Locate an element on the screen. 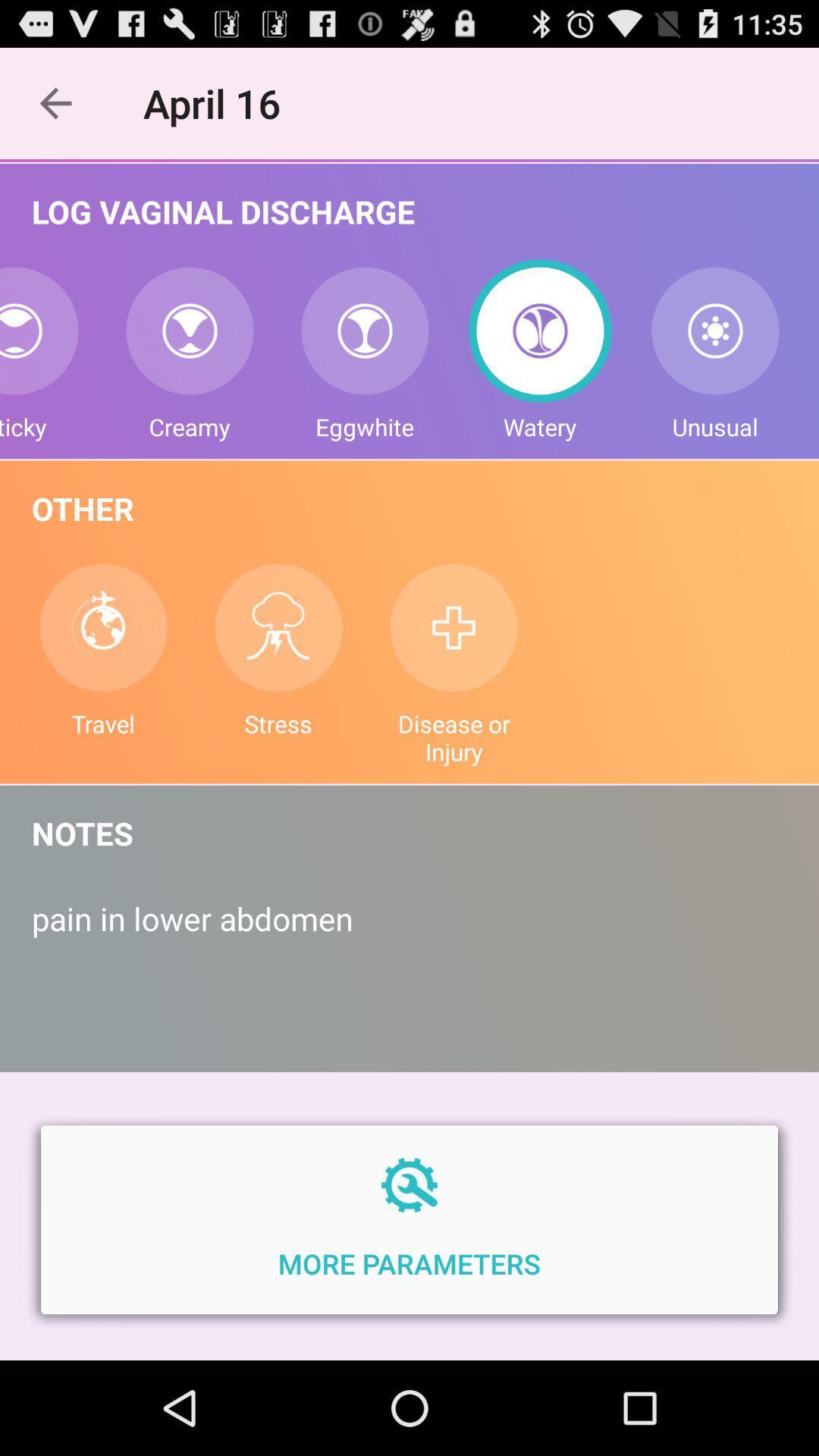 The height and width of the screenshot is (1456, 819). the icon above log vaginal discharge is located at coordinates (220, 102).